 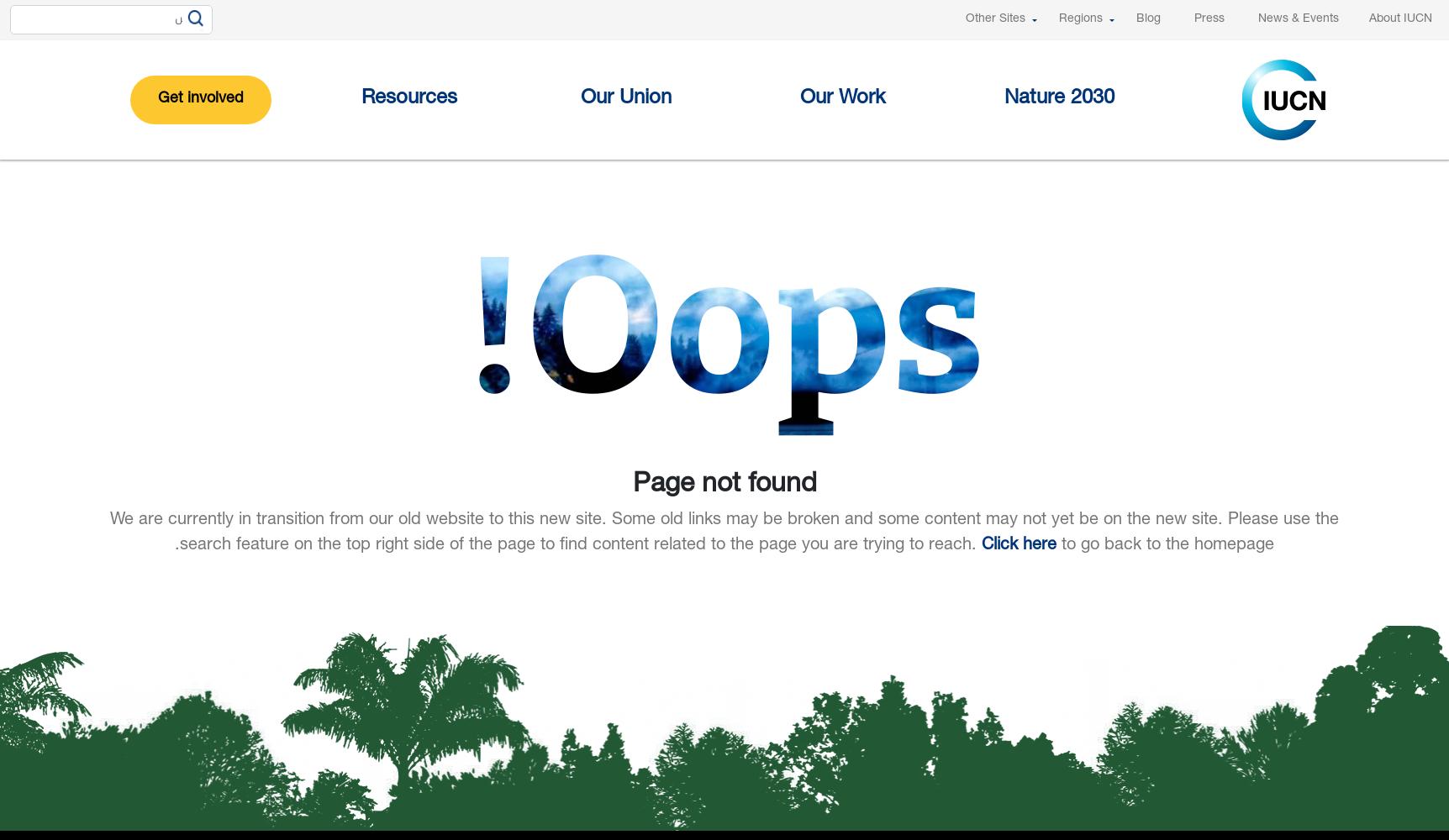 What do you see at coordinates (258, 229) in the screenshot?
I see `'IUCN LIBRARY'` at bounding box center [258, 229].